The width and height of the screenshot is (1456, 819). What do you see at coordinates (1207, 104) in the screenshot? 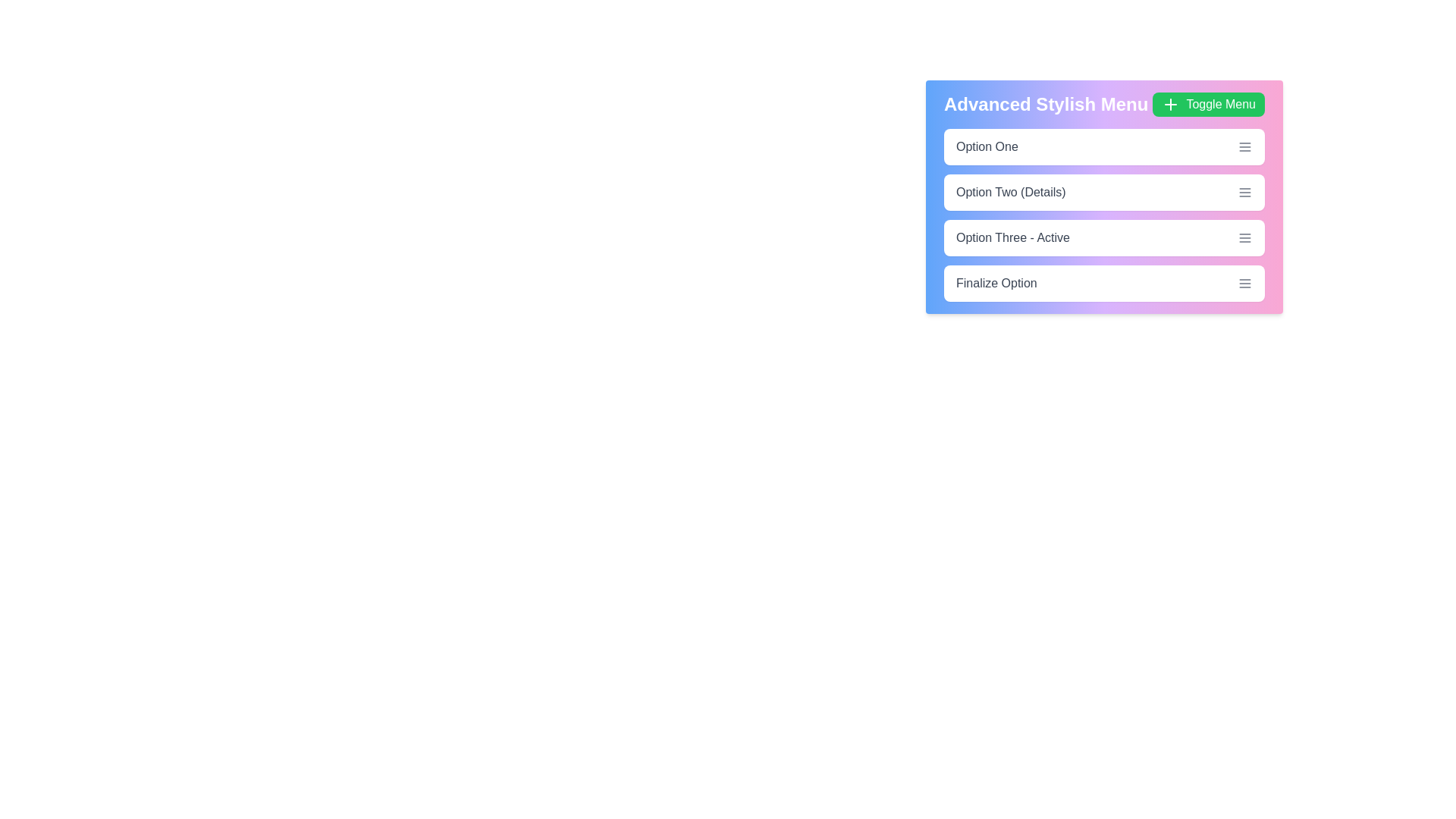
I see `the 'Toggle Menu' button to toggle the menu visibility` at bounding box center [1207, 104].